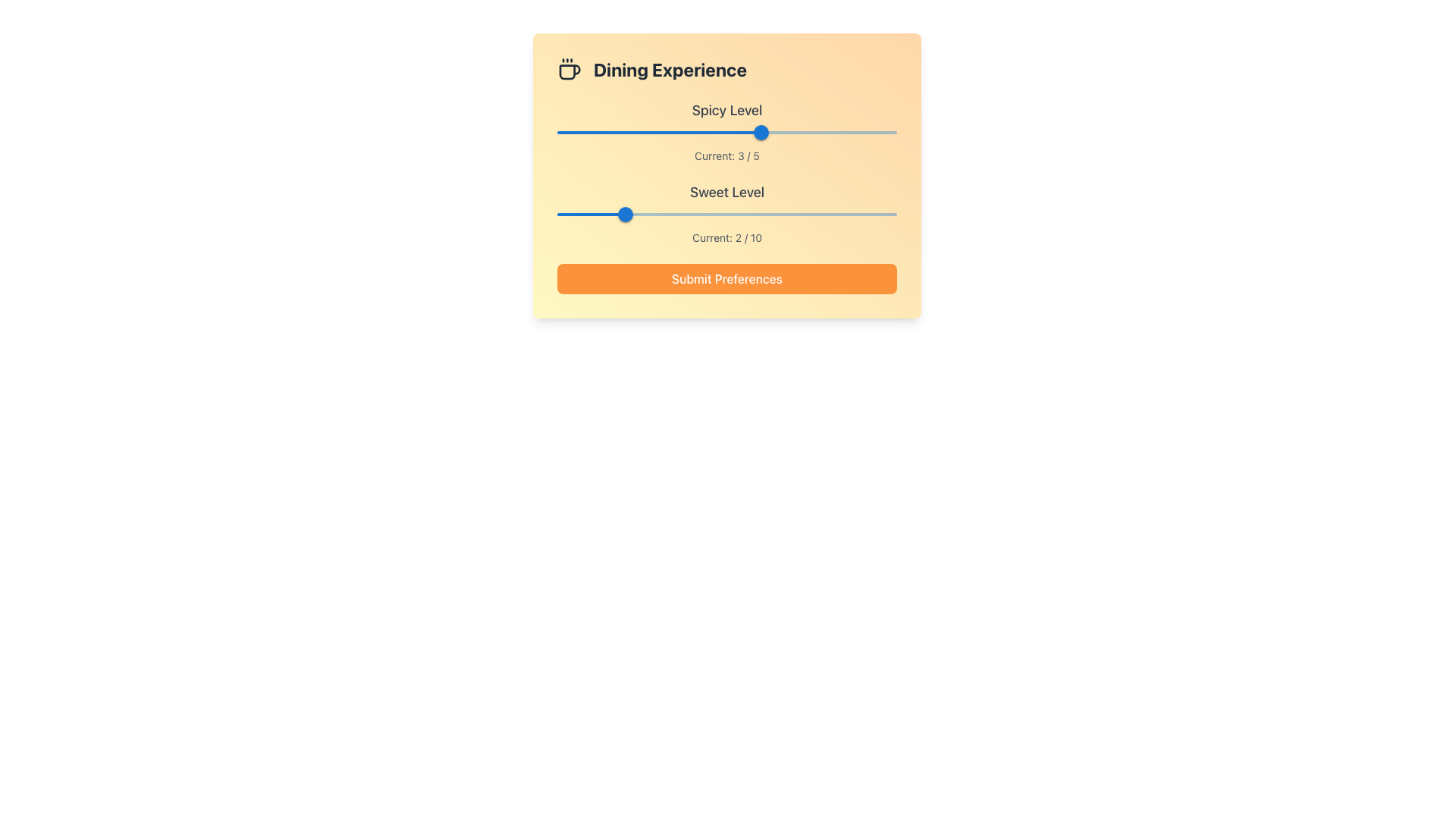  I want to click on slider, so click(628, 214).